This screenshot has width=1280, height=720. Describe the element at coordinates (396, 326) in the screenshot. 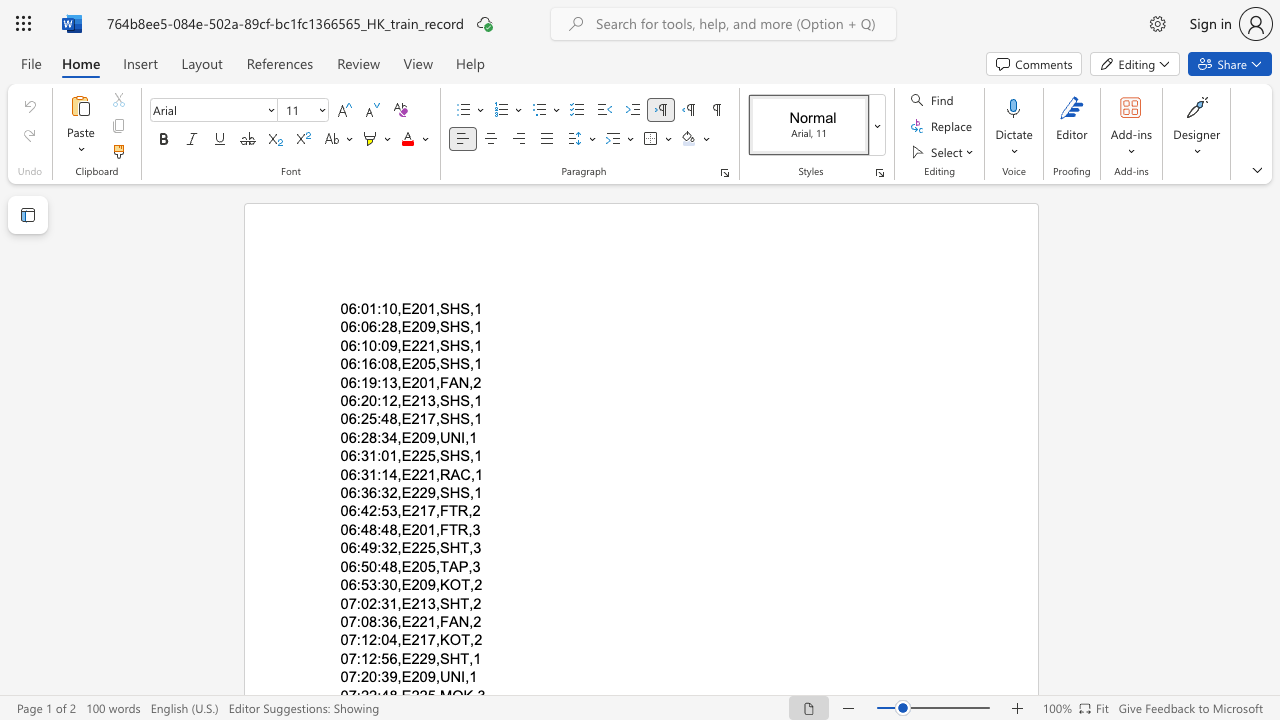

I see `the space between the continuous character "8" and "," in the text` at that location.